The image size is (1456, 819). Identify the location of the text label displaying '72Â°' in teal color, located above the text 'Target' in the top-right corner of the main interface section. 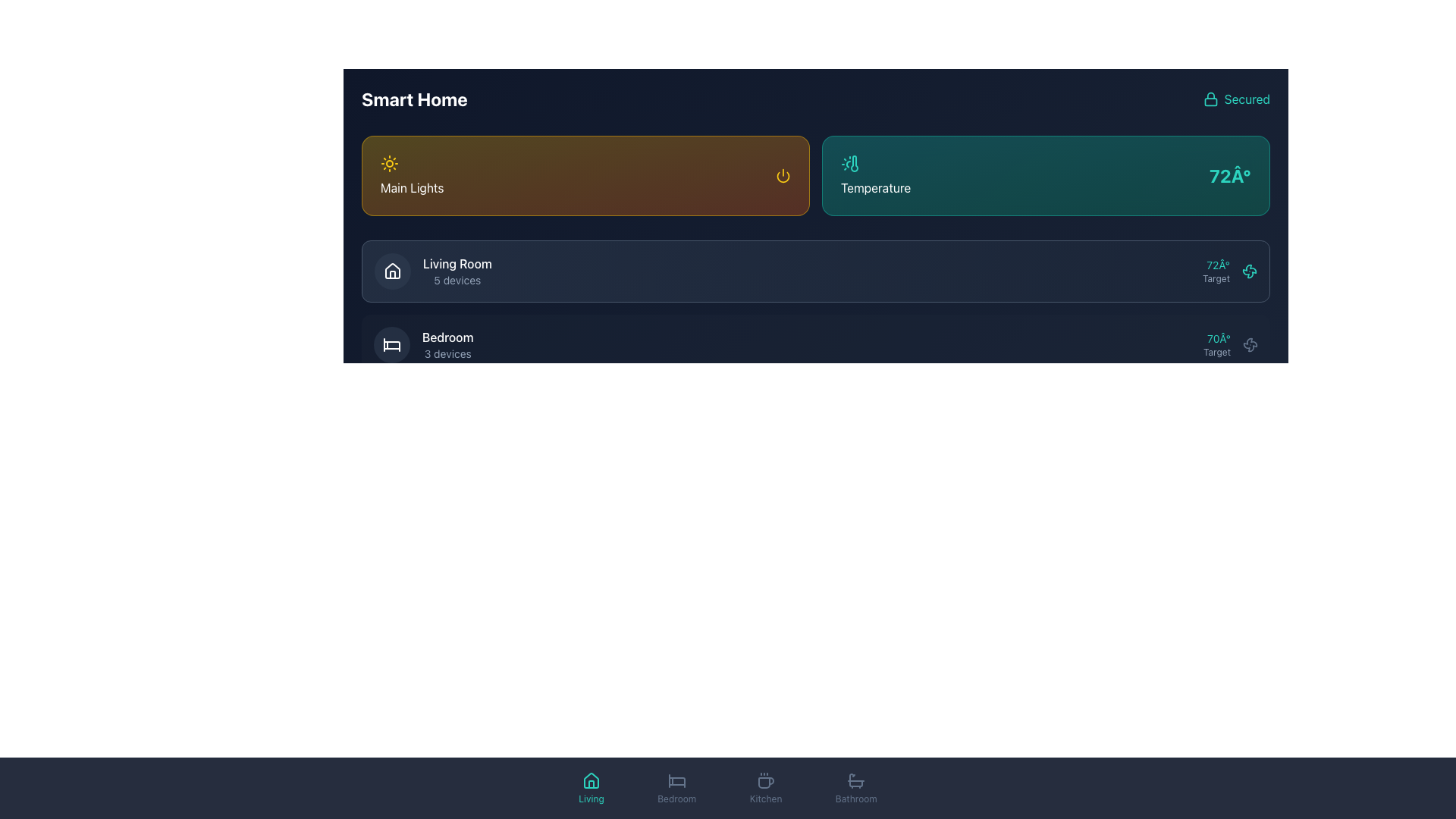
(1216, 265).